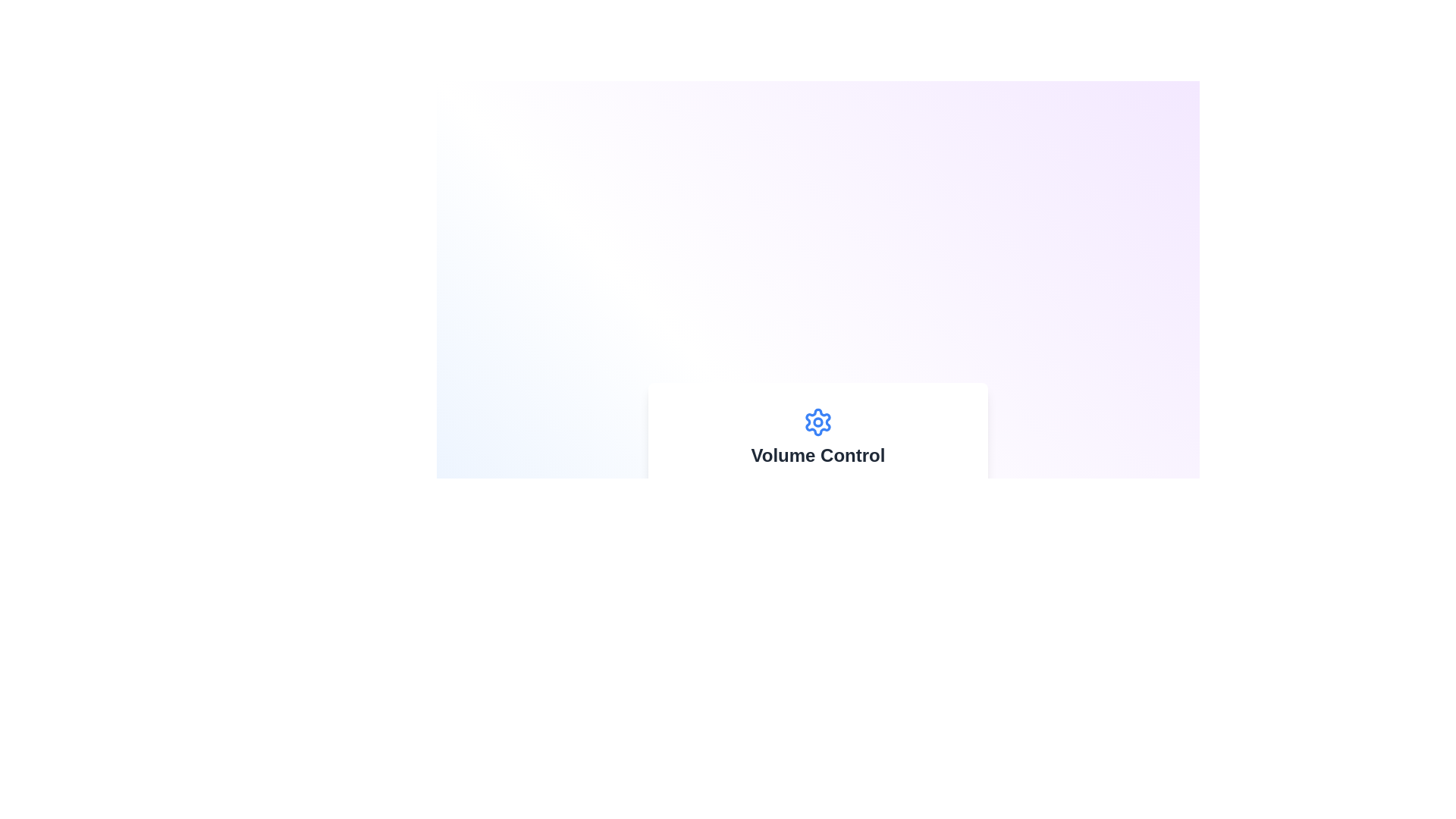 This screenshot has height=819, width=1456. What do you see at coordinates (817, 422) in the screenshot?
I see `the small circular SVG element located at the center of the blue gear icon above the 'Volume Control' text` at bounding box center [817, 422].